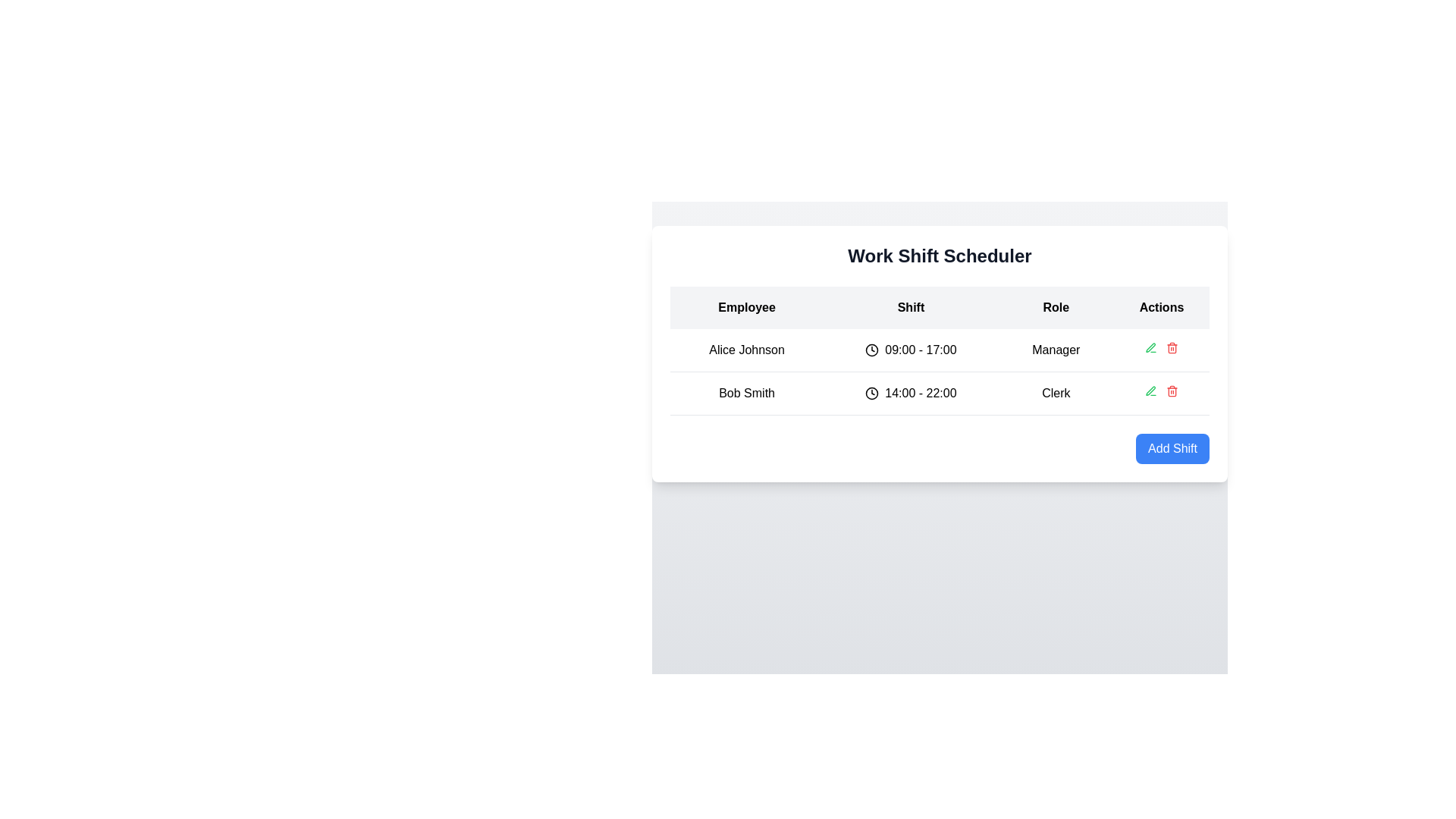 The image size is (1456, 819). Describe the element at coordinates (1055, 393) in the screenshot. I see `the text label displaying 'Clerk' in the Role column of the shift table for employee Bob Smith` at that location.